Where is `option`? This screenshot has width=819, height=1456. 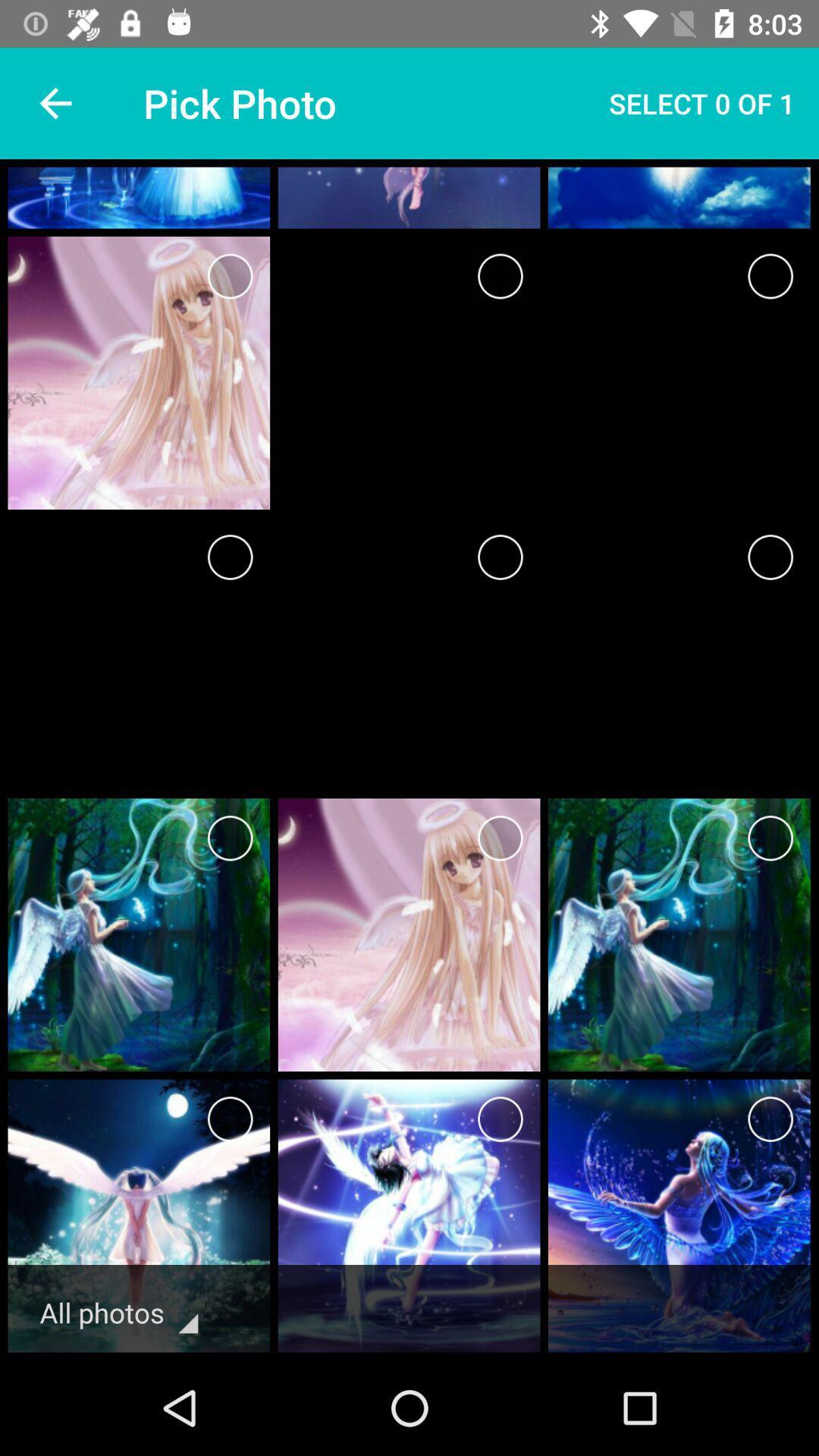
option is located at coordinates (230, 556).